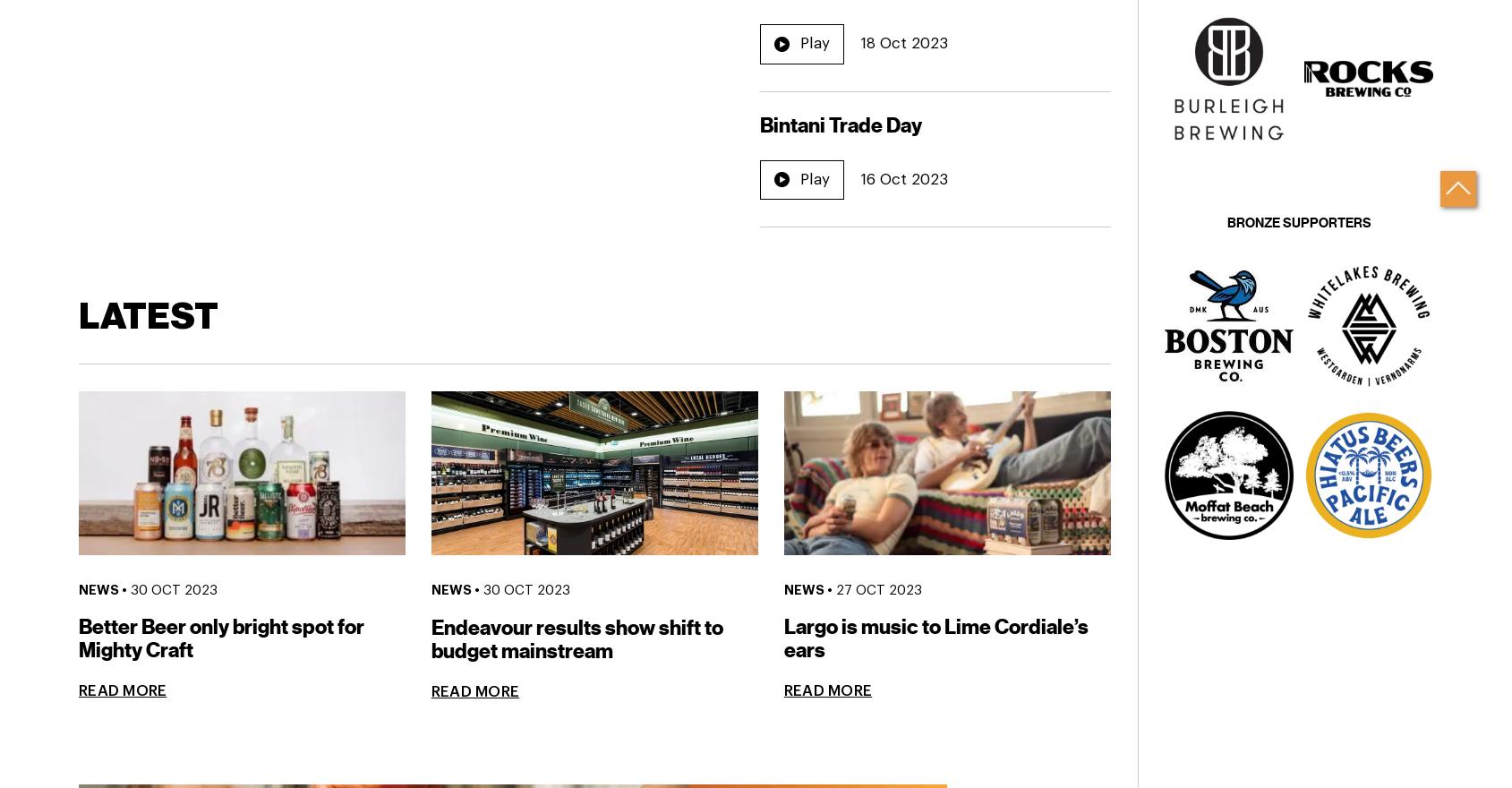 Image resolution: width=1512 pixels, height=788 pixels. Describe the element at coordinates (840, 125) in the screenshot. I see `'Bintani Trade Day'` at that location.